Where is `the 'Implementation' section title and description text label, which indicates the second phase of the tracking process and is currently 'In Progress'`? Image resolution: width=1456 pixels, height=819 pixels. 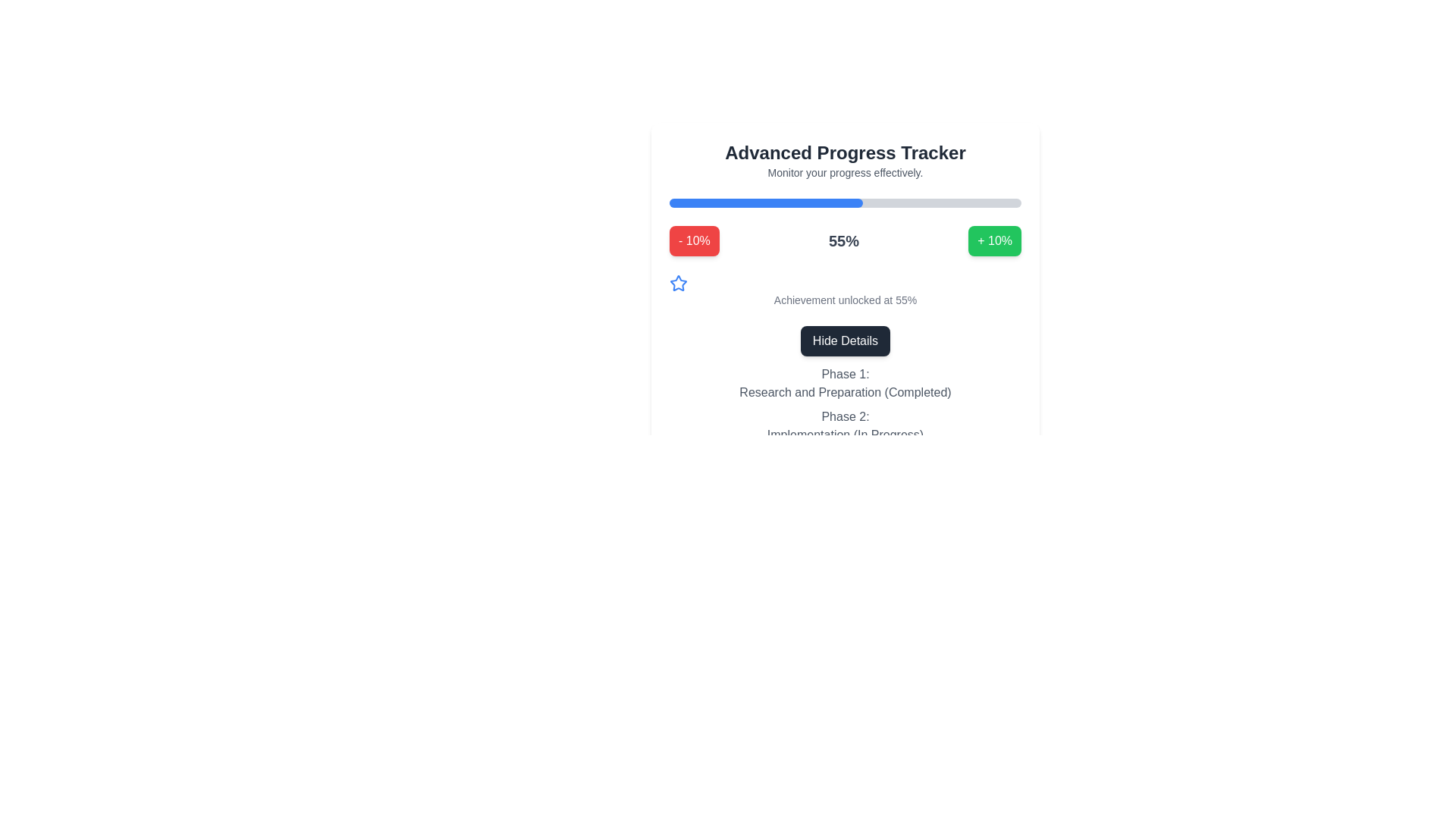
the 'Implementation' section title and description text label, which indicates the second phase of the tracking process and is currently 'In Progress' is located at coordinates (844, 426).